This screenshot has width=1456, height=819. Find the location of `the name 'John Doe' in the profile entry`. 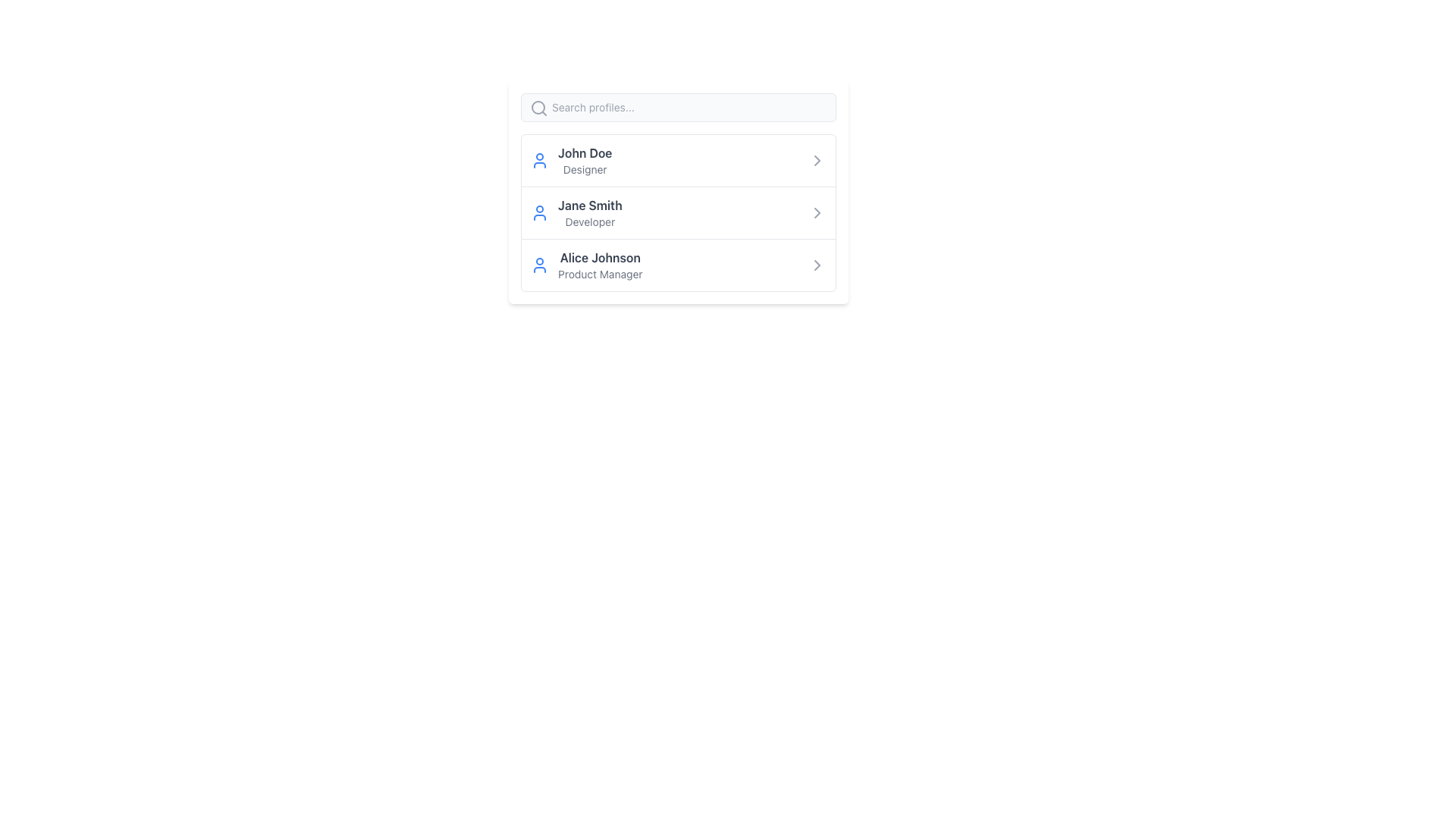

the name 'John Doe' in the profile entry is located at coordinates (570, 161).